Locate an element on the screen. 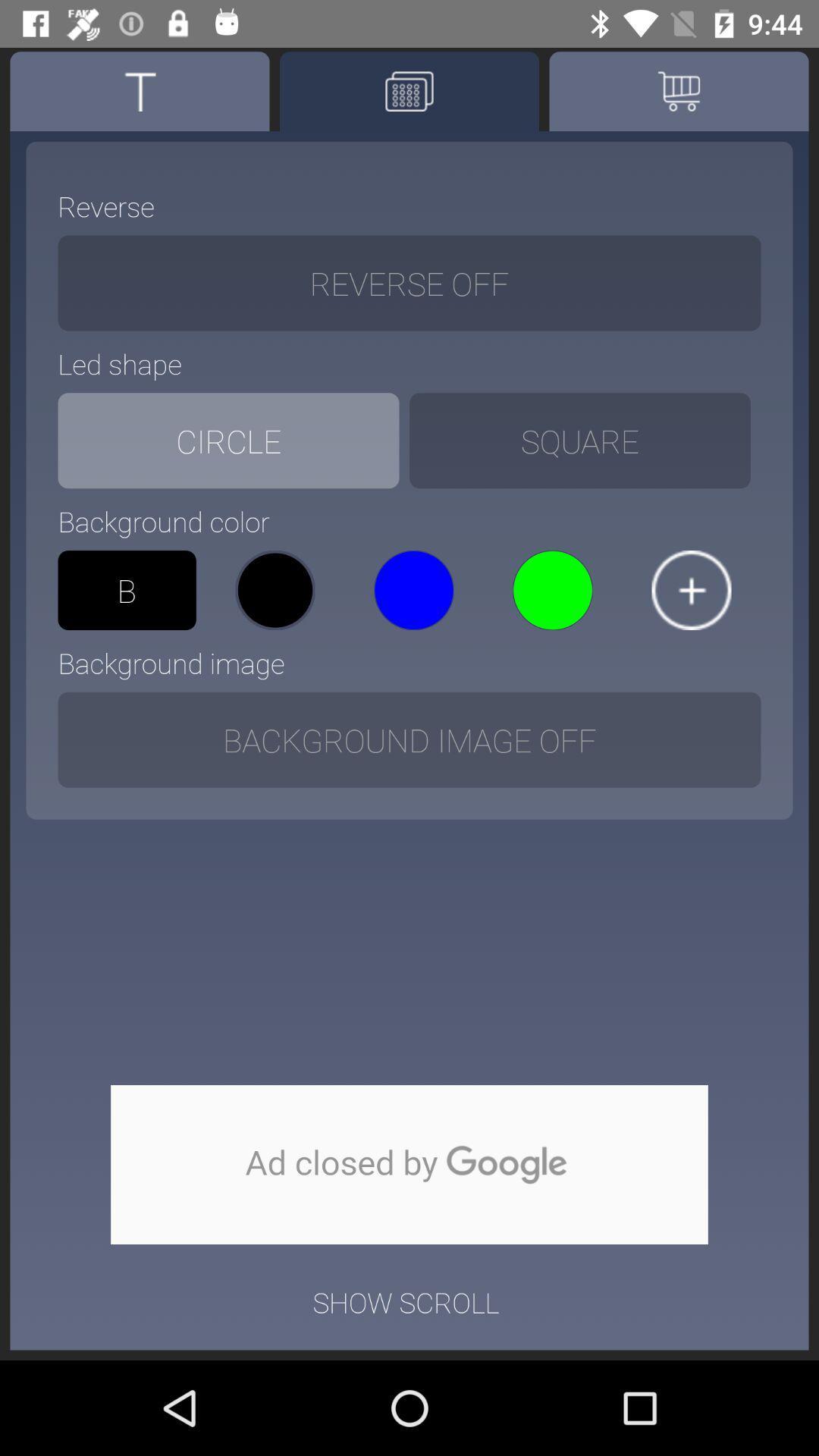 Image resolution: width=819 pixels, height=1456 pixels. open cart is located at coordinates (678, 90).